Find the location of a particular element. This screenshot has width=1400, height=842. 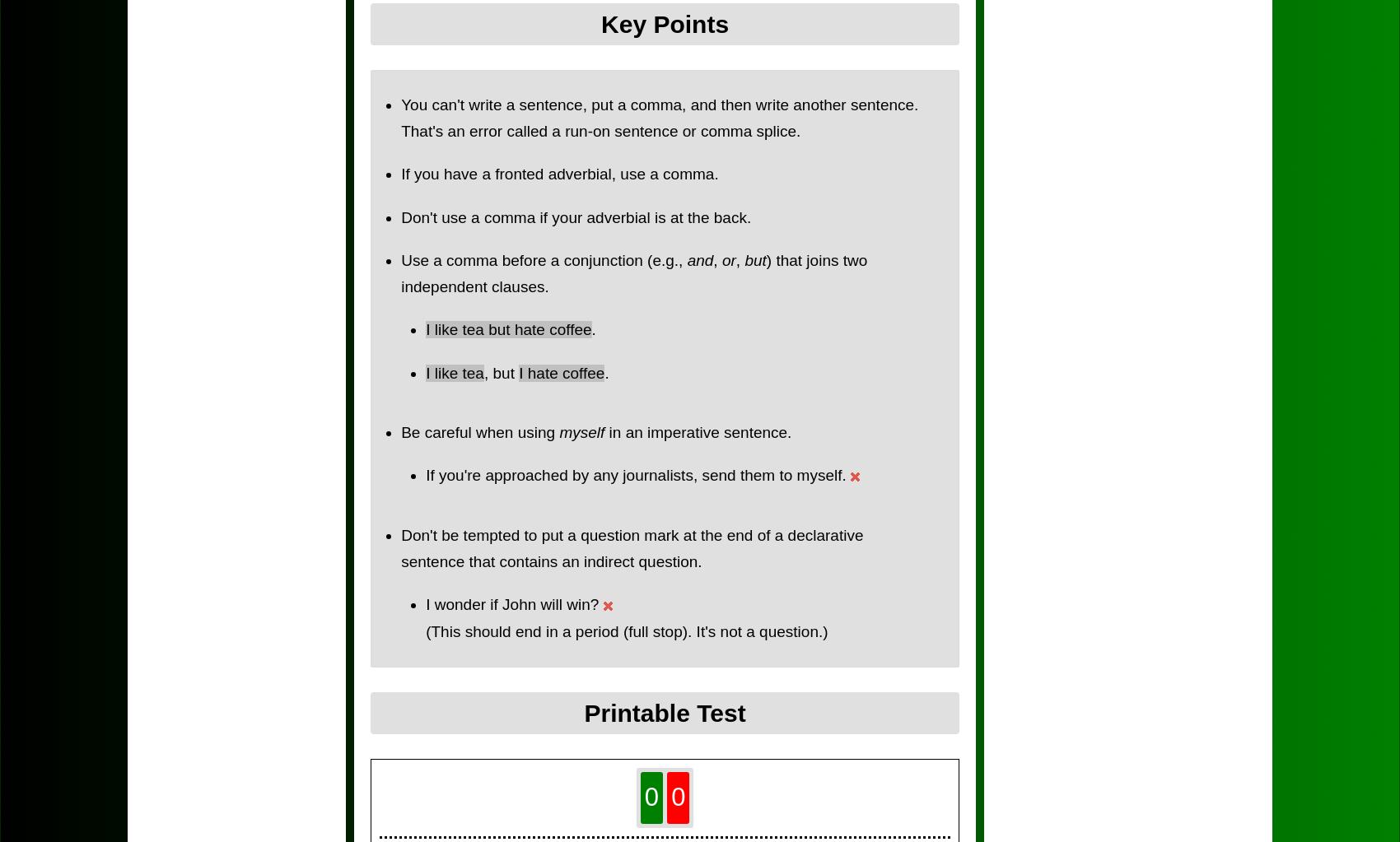

'I wonder if John will win?' is located at coordinates (513, 604).